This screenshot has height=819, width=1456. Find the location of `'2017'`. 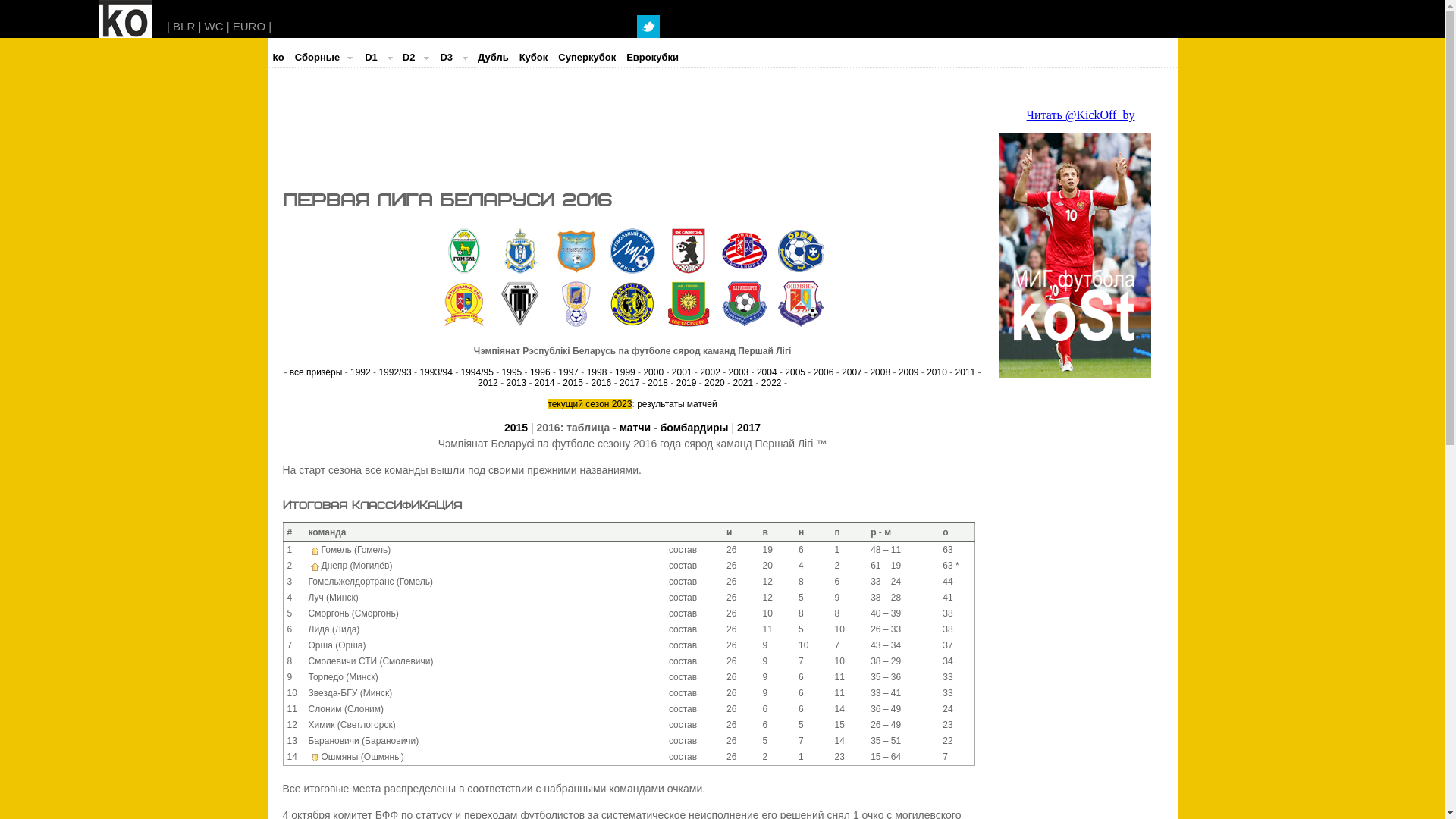

'2017' is located at coordinates (748, 427).